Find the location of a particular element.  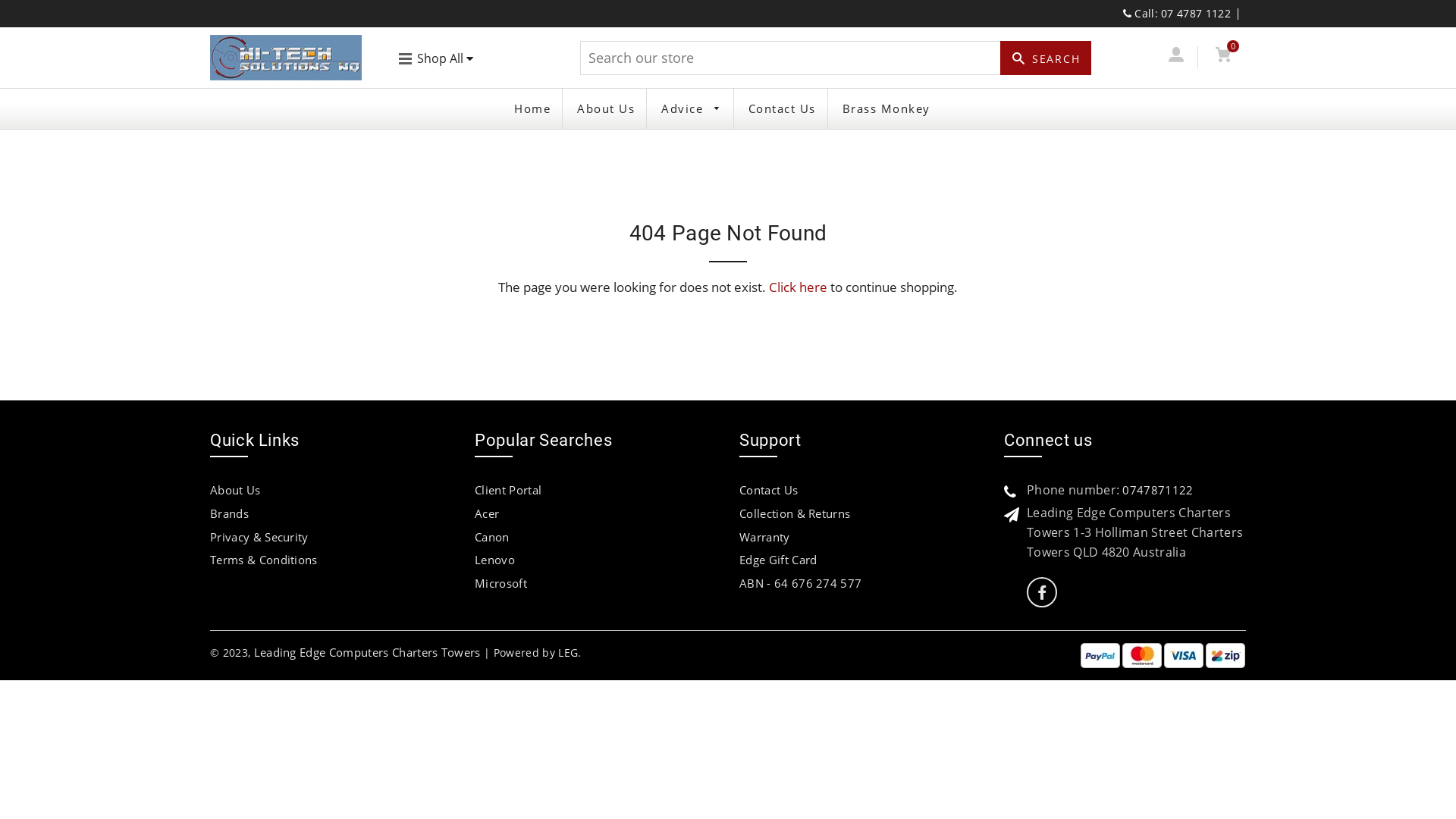

'About Us' is located at coordinates (604, 108).